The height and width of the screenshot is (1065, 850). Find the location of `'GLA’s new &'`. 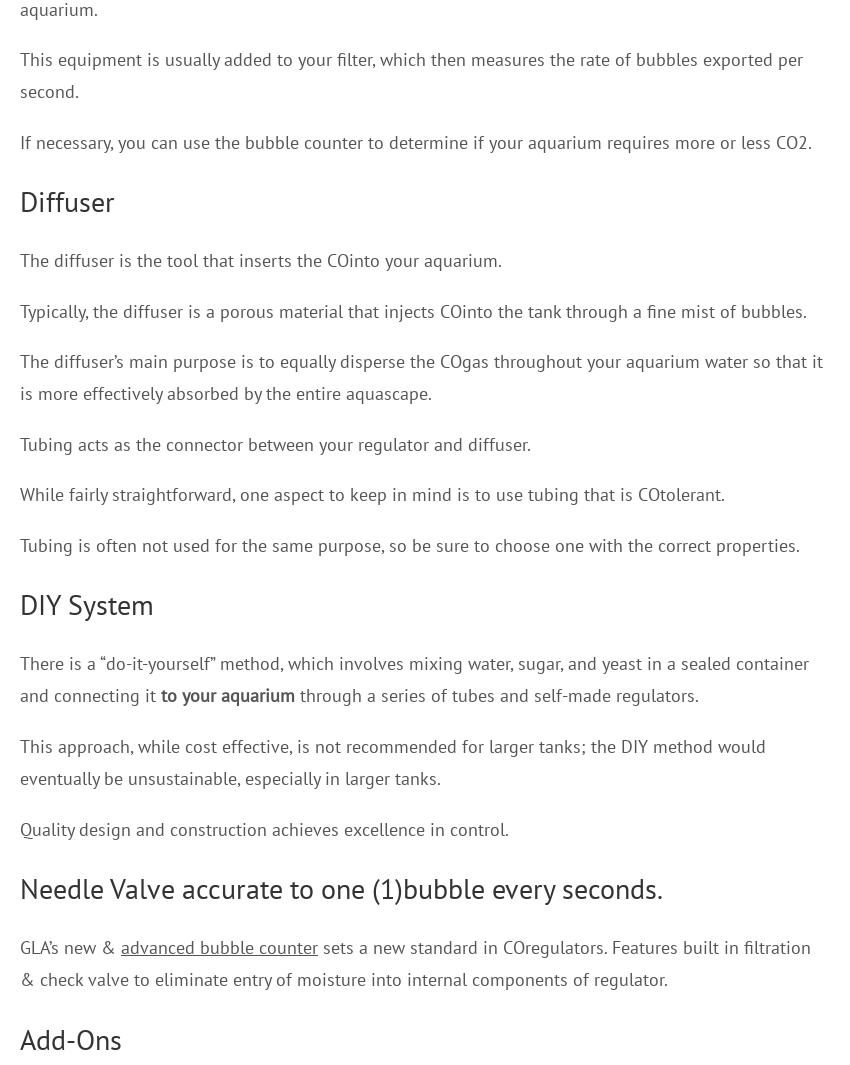

'GLA’s new &' is located at coordinates (70, 946).